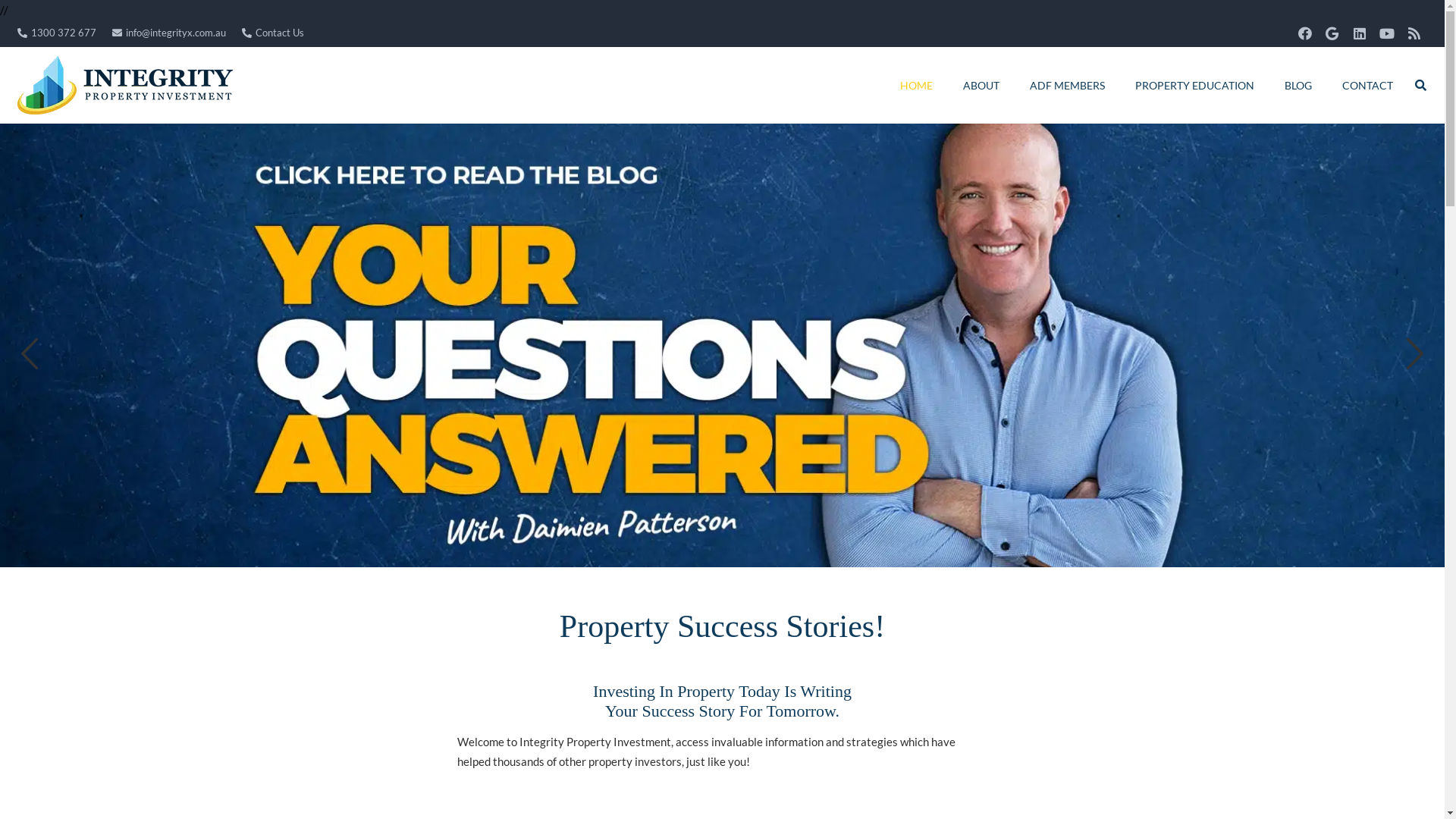 This screenshot has height=819, width=1456. I want to click on 'info@integrityx.com.au', so click(168, 32).